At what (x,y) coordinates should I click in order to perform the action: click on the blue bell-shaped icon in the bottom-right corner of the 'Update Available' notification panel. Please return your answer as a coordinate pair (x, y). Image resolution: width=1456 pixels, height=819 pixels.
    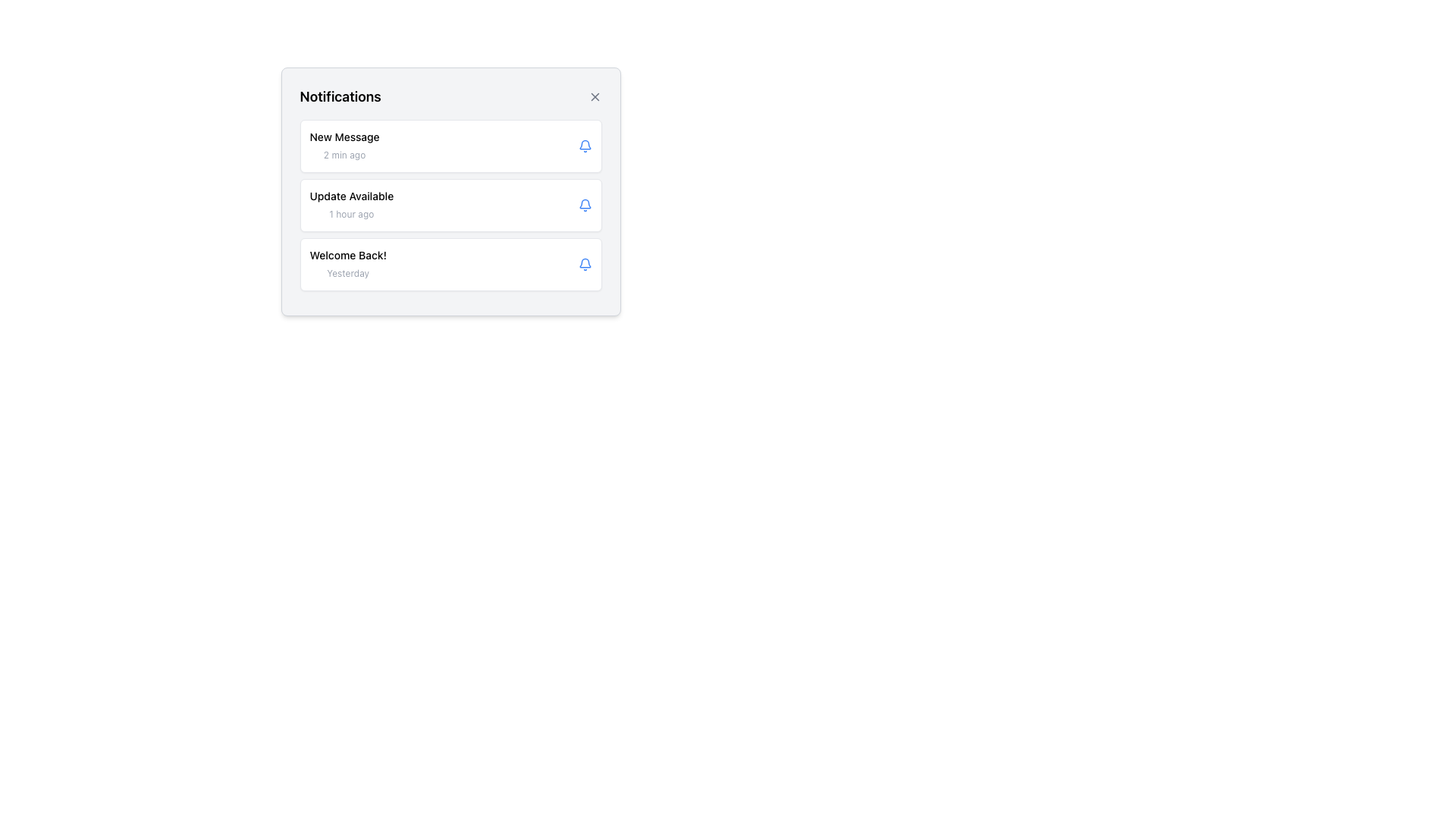
    Looking at the image, I should click on (584, 205).